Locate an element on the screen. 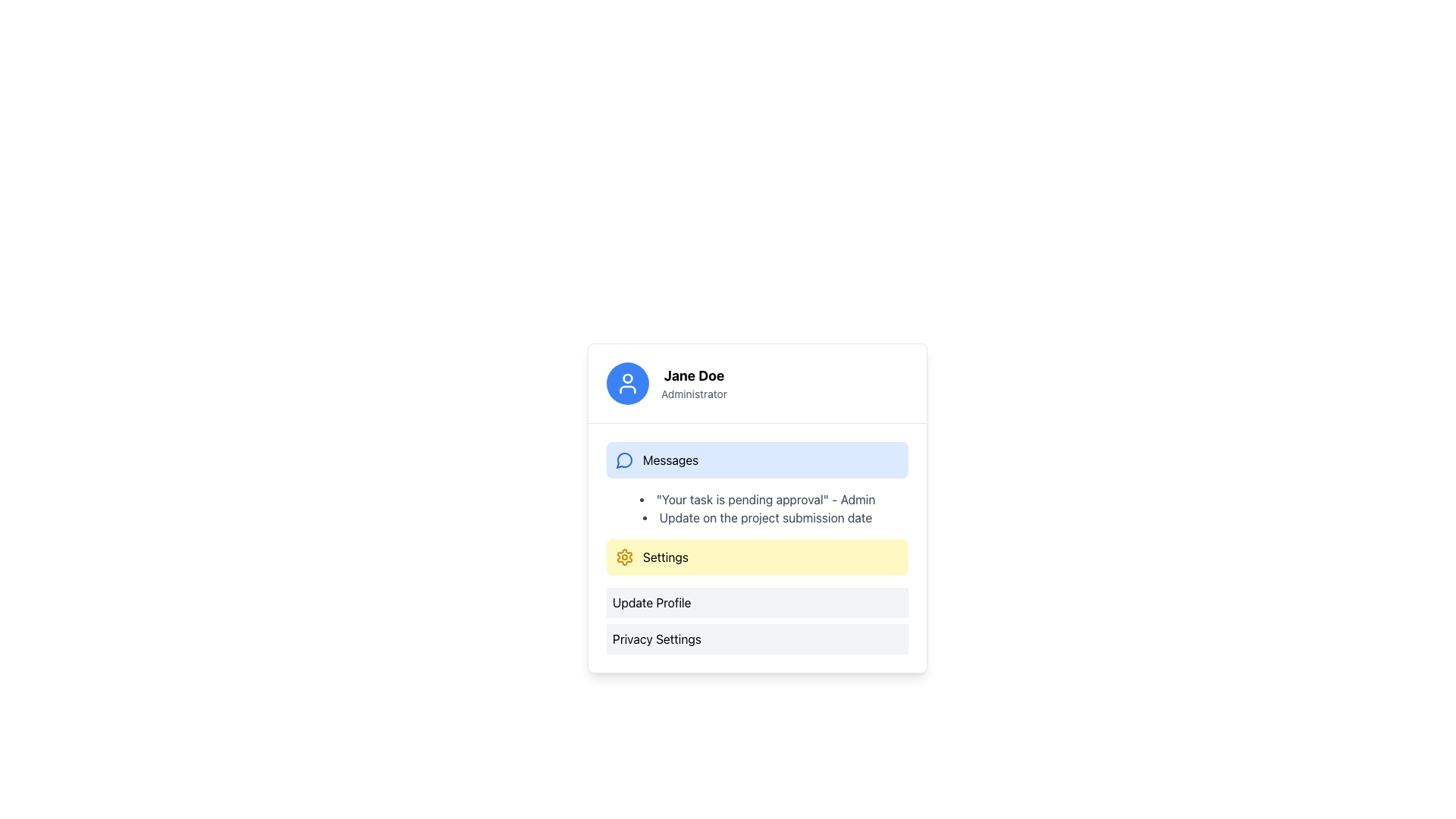 Image resolution: width=1456 pixels, height=819 pixels. the yellow gear-shaped icon in the 'Settings' section is located at coordinates (625, 557).